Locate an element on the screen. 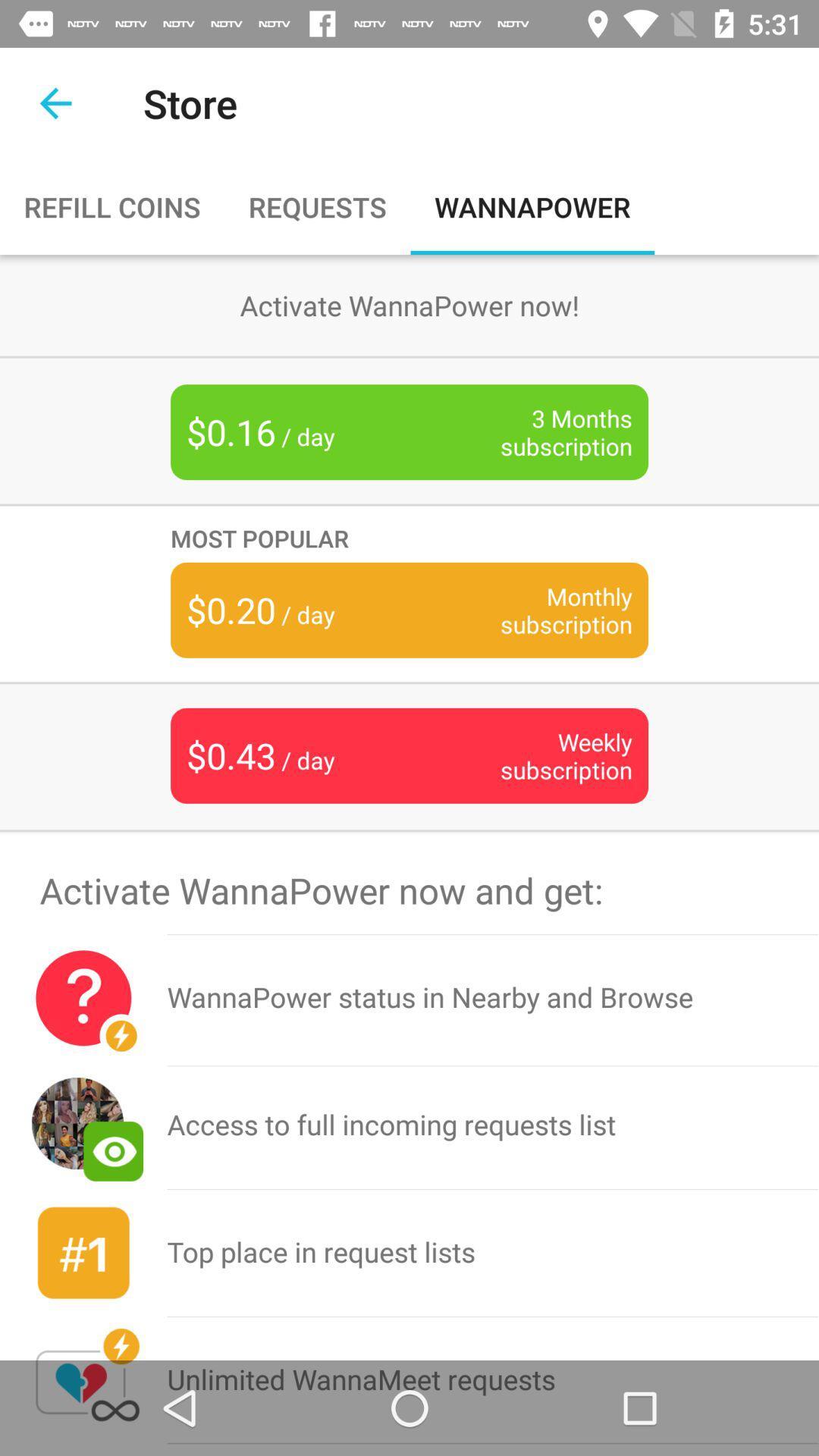  icon next to the wannapower status in is located at coordinates (83, 998).